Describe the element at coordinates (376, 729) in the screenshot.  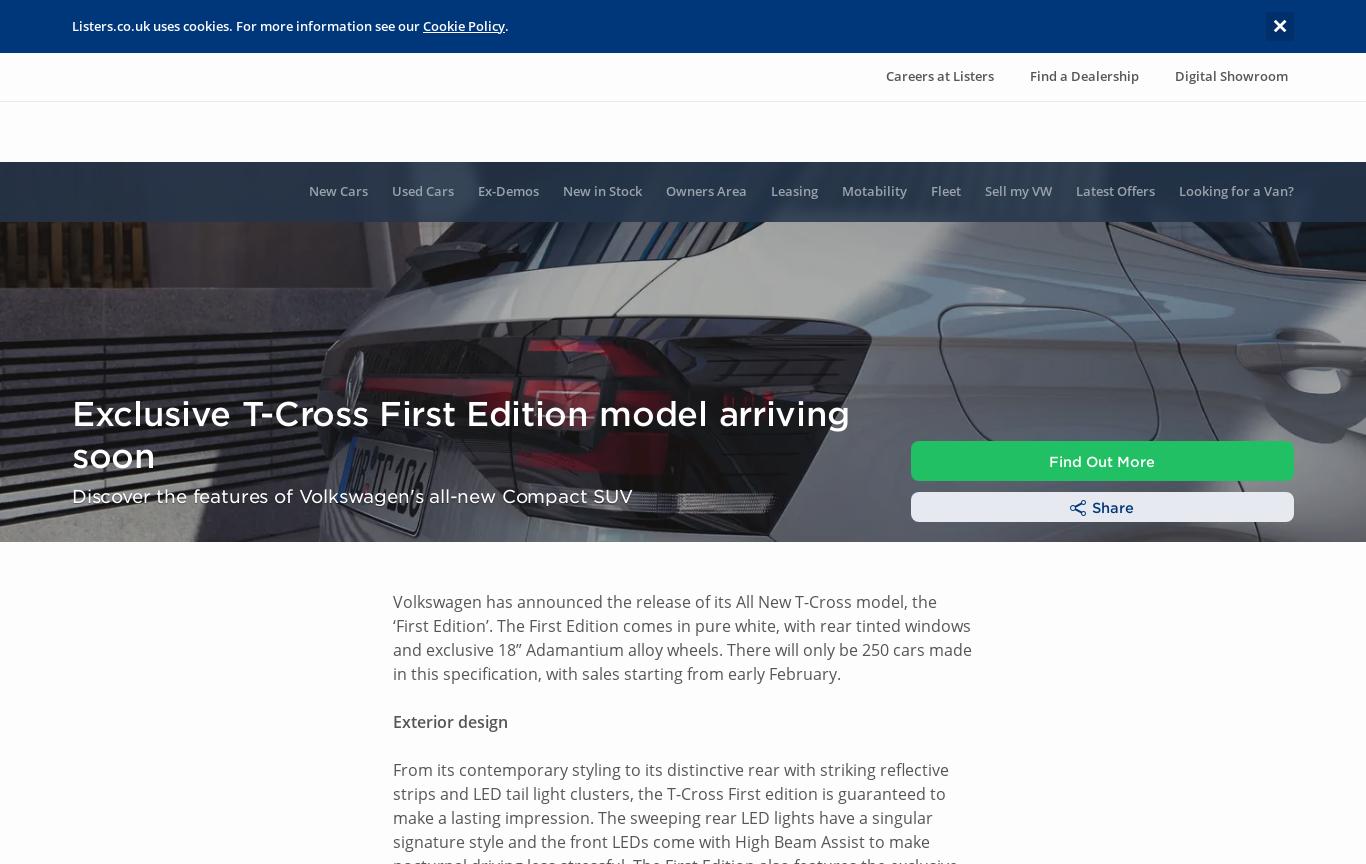
I see `'Worcestershire'` at that location.